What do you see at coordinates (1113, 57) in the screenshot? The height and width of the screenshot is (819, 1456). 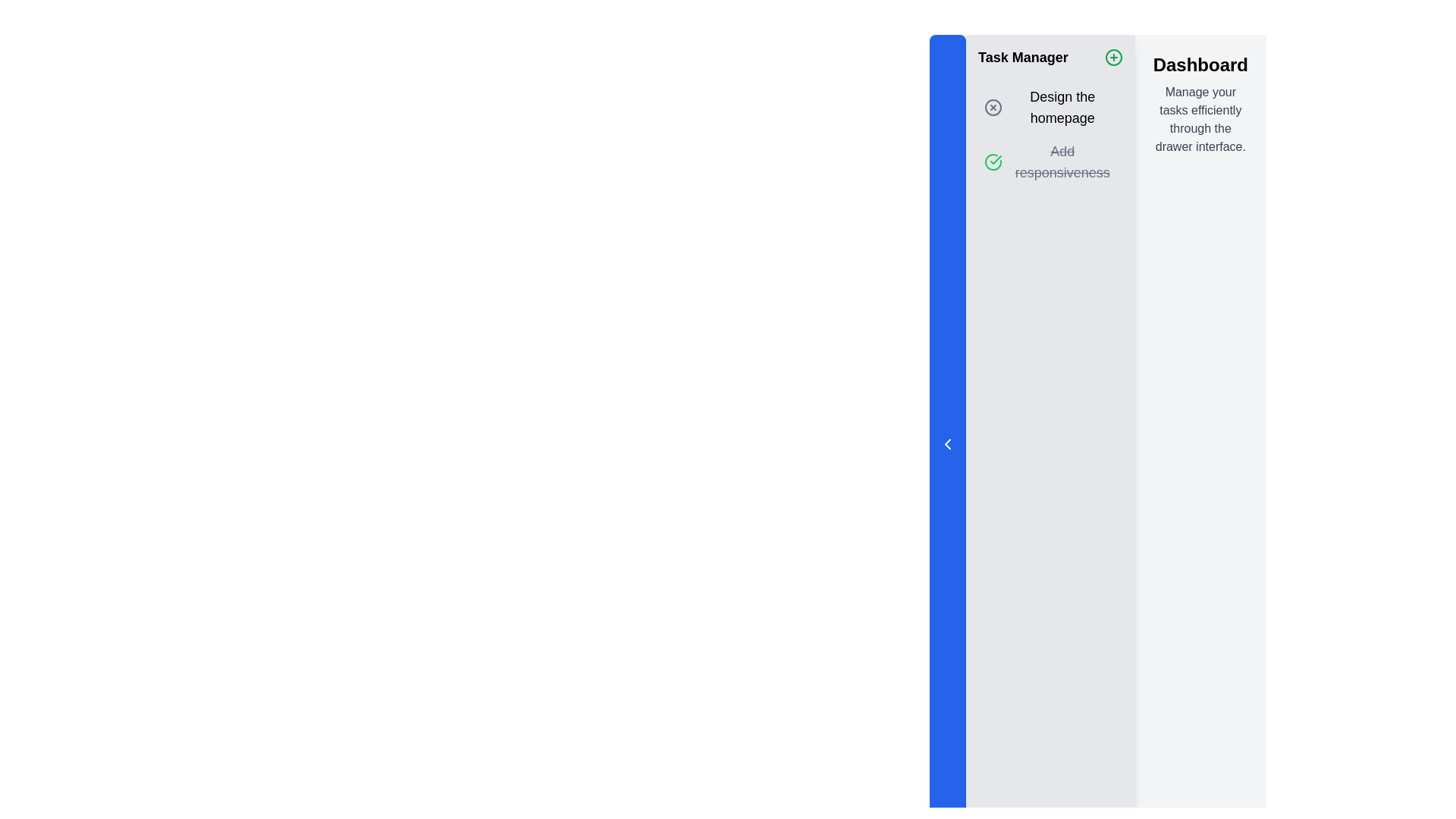 I see `the interactive button located in the right section of the header bar titled 'Task Manager'` at bounding box center [1113, 57].